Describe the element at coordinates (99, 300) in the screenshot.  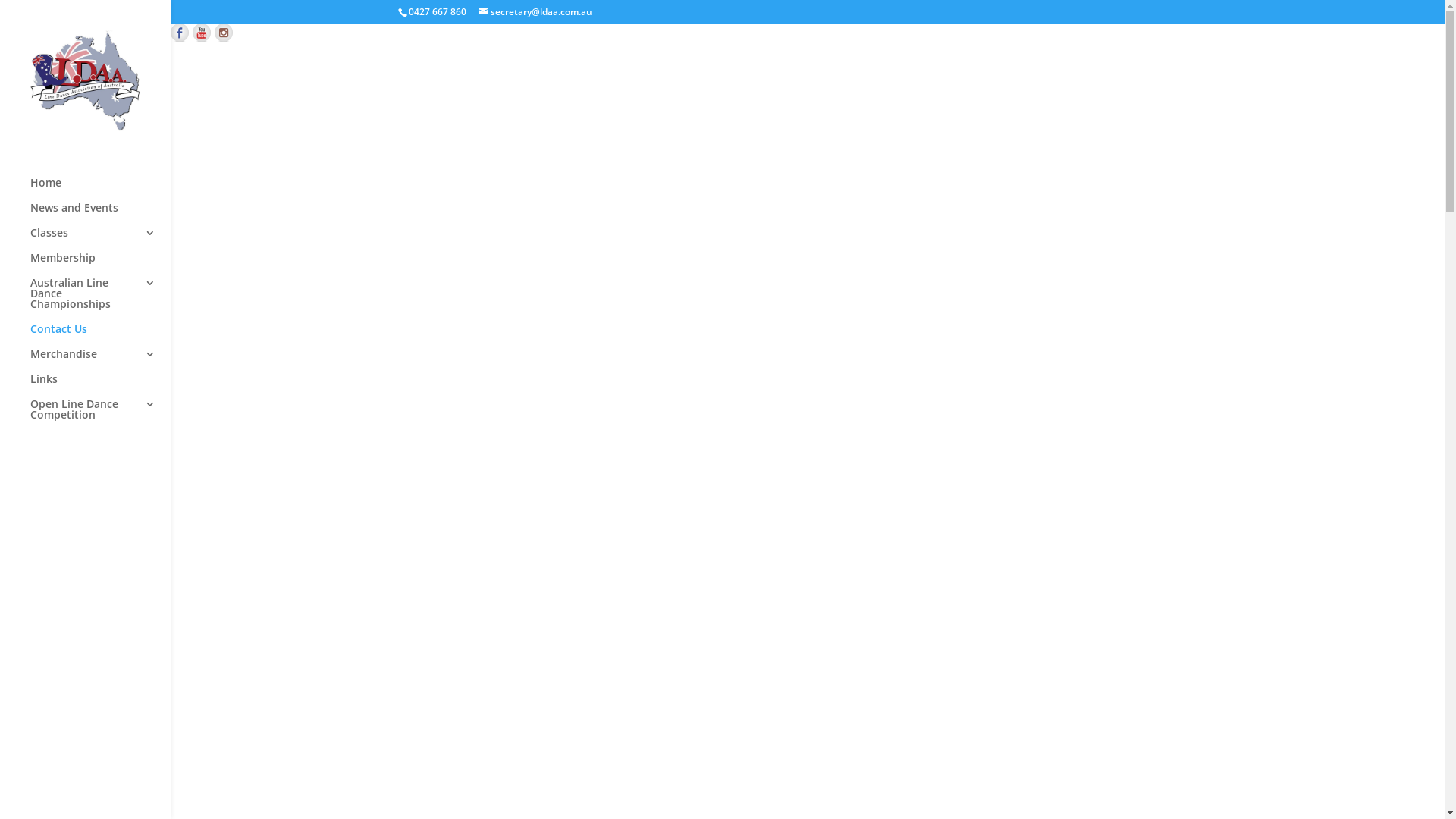
I see `'Australian Line Dance Championships'` at that location.